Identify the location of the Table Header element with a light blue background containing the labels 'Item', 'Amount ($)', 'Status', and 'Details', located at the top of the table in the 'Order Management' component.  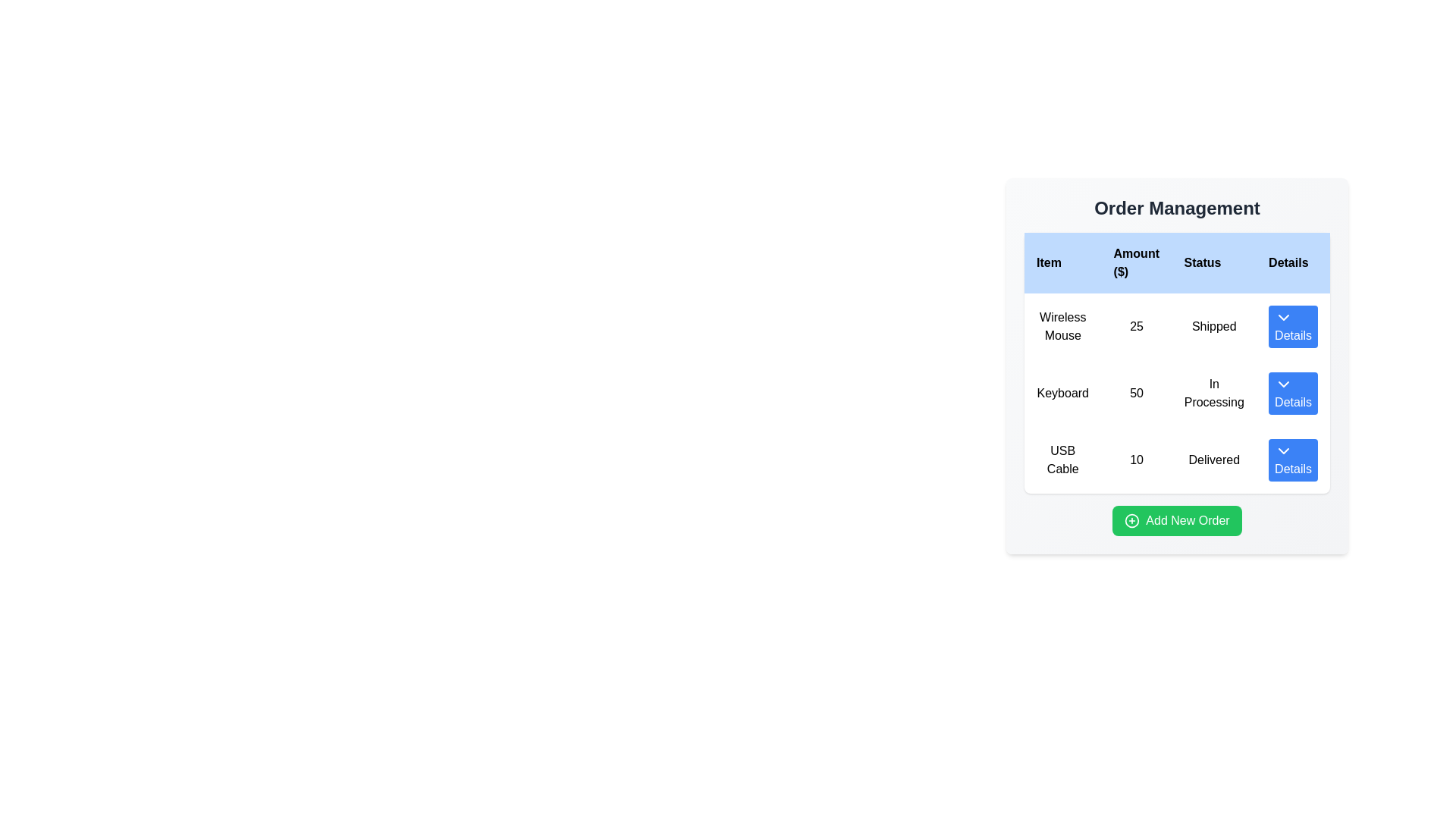
(1176, 262).